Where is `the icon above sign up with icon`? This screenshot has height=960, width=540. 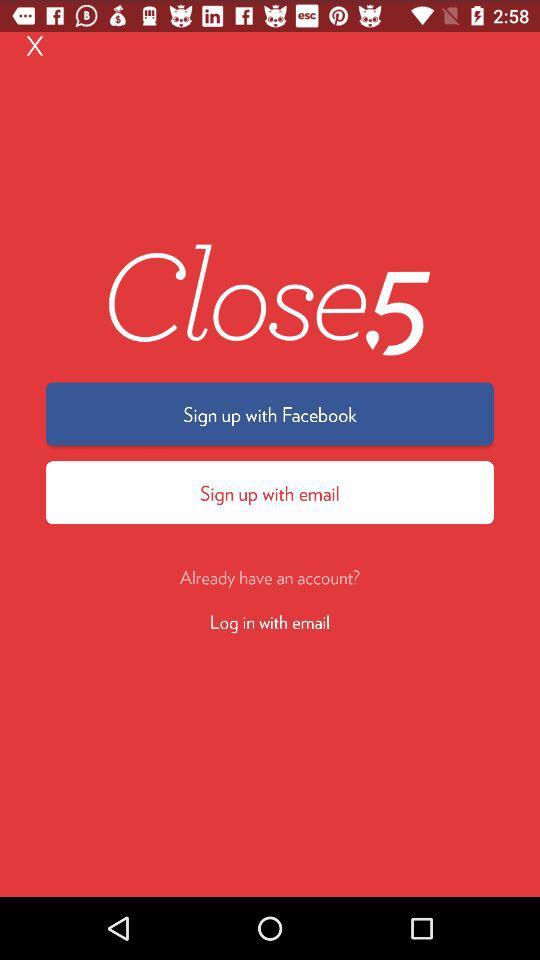
the icon above sign up with icon is located at coordinates (35, 43).